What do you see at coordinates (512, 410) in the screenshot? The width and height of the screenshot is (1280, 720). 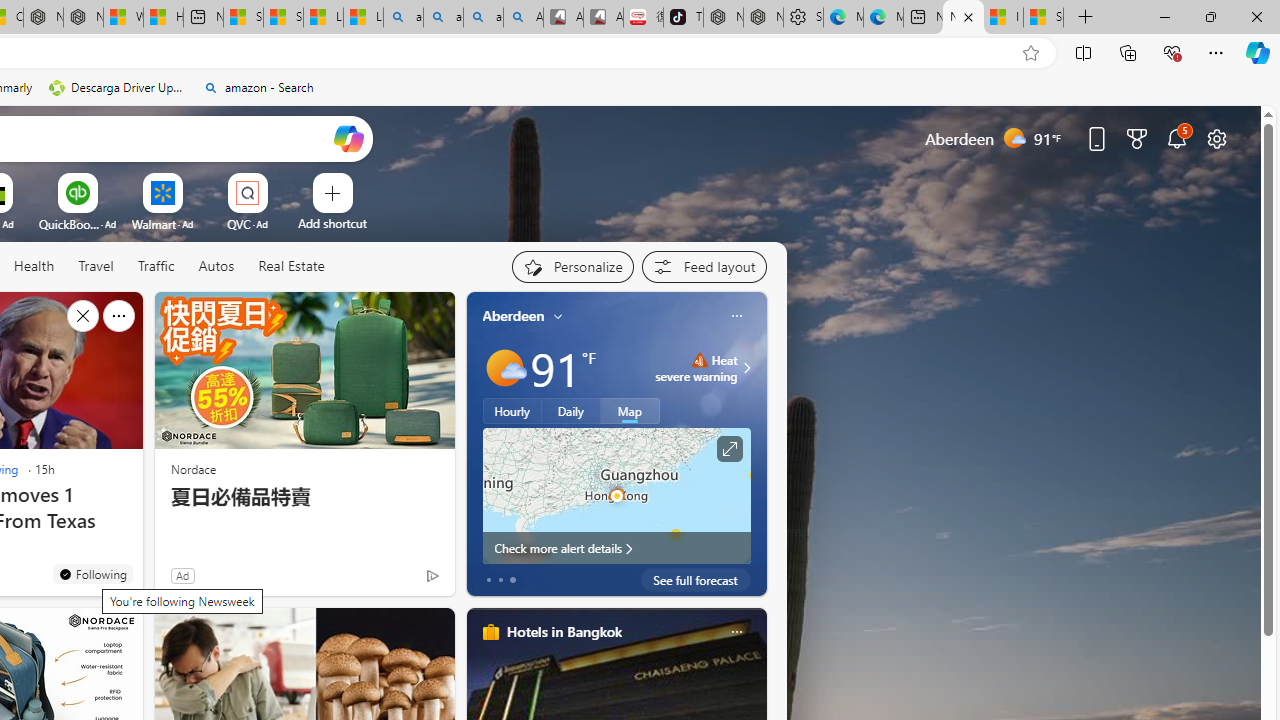 I see `'Hourly'` at bounding box center [512, 410].